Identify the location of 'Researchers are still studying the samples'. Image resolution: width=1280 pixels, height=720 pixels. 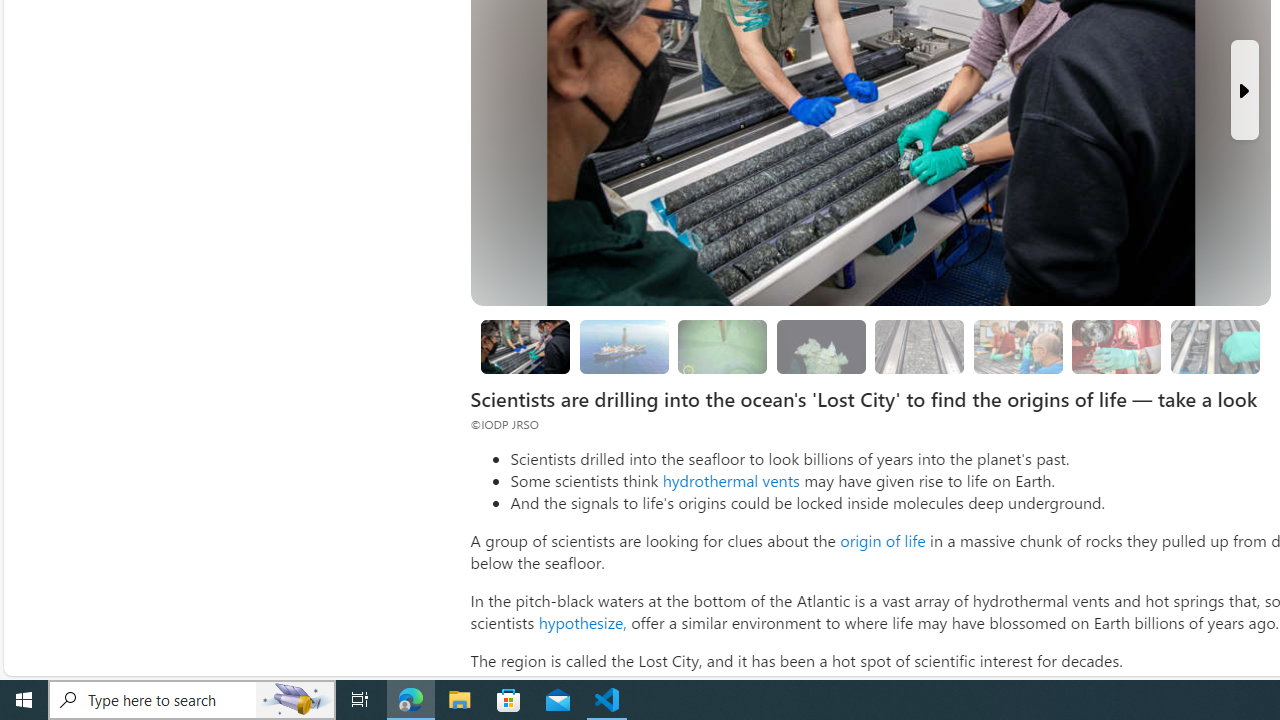
(1214, 346).